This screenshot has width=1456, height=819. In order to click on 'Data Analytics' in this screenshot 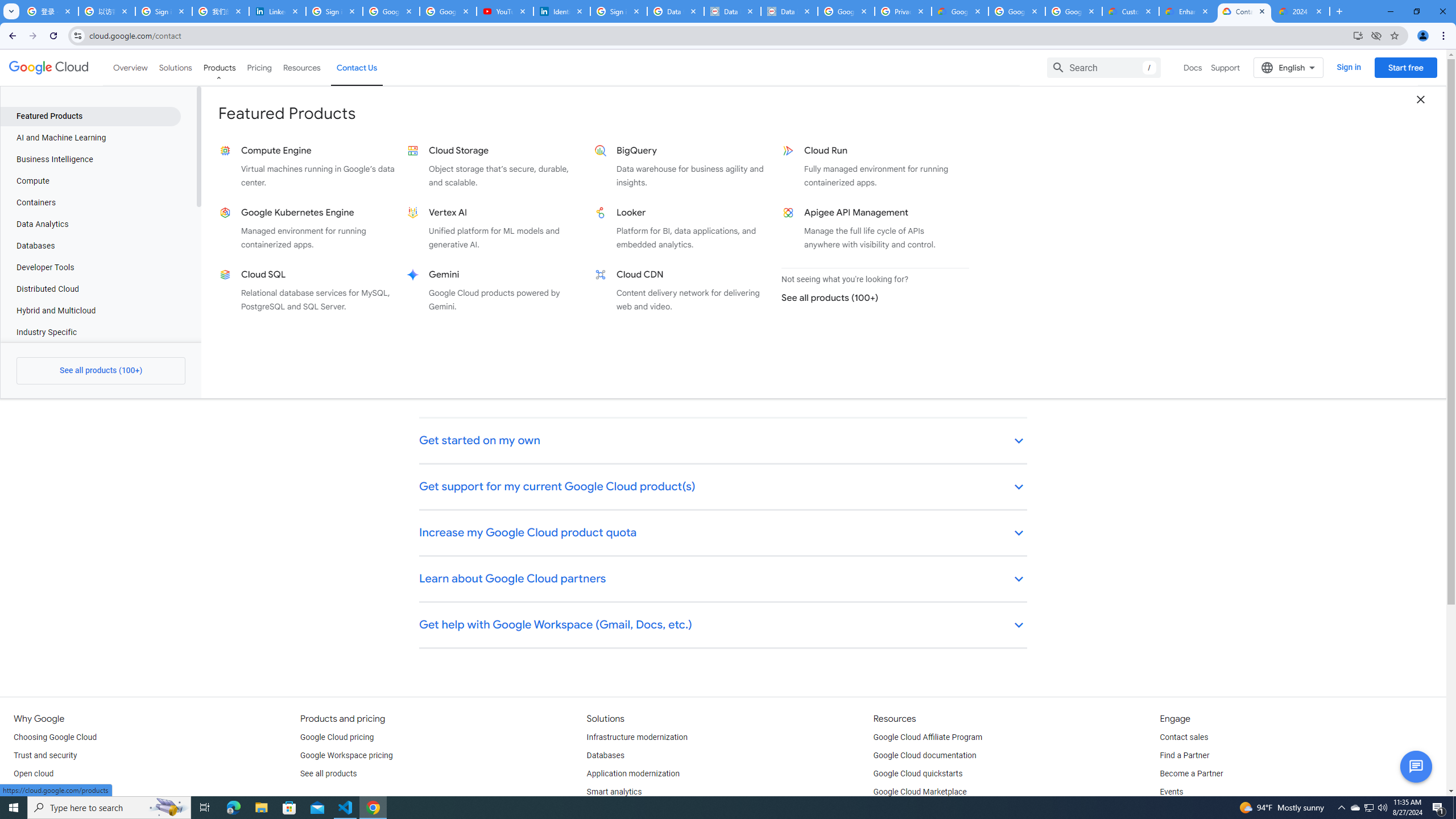, I will do `click(90, 224)`.